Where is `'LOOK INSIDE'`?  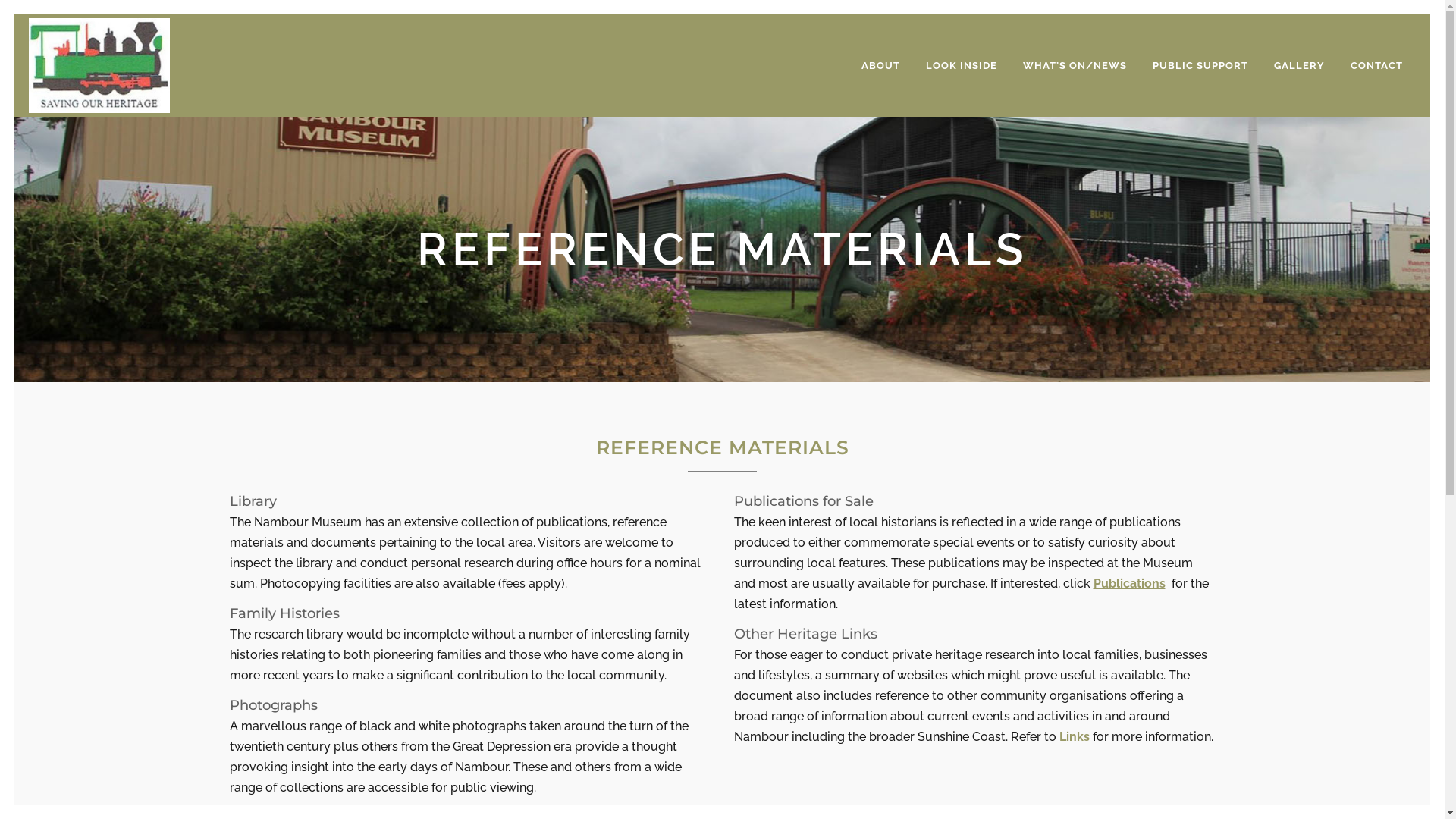 'LOOK INSIDE' is located at coordinates (960, 64).